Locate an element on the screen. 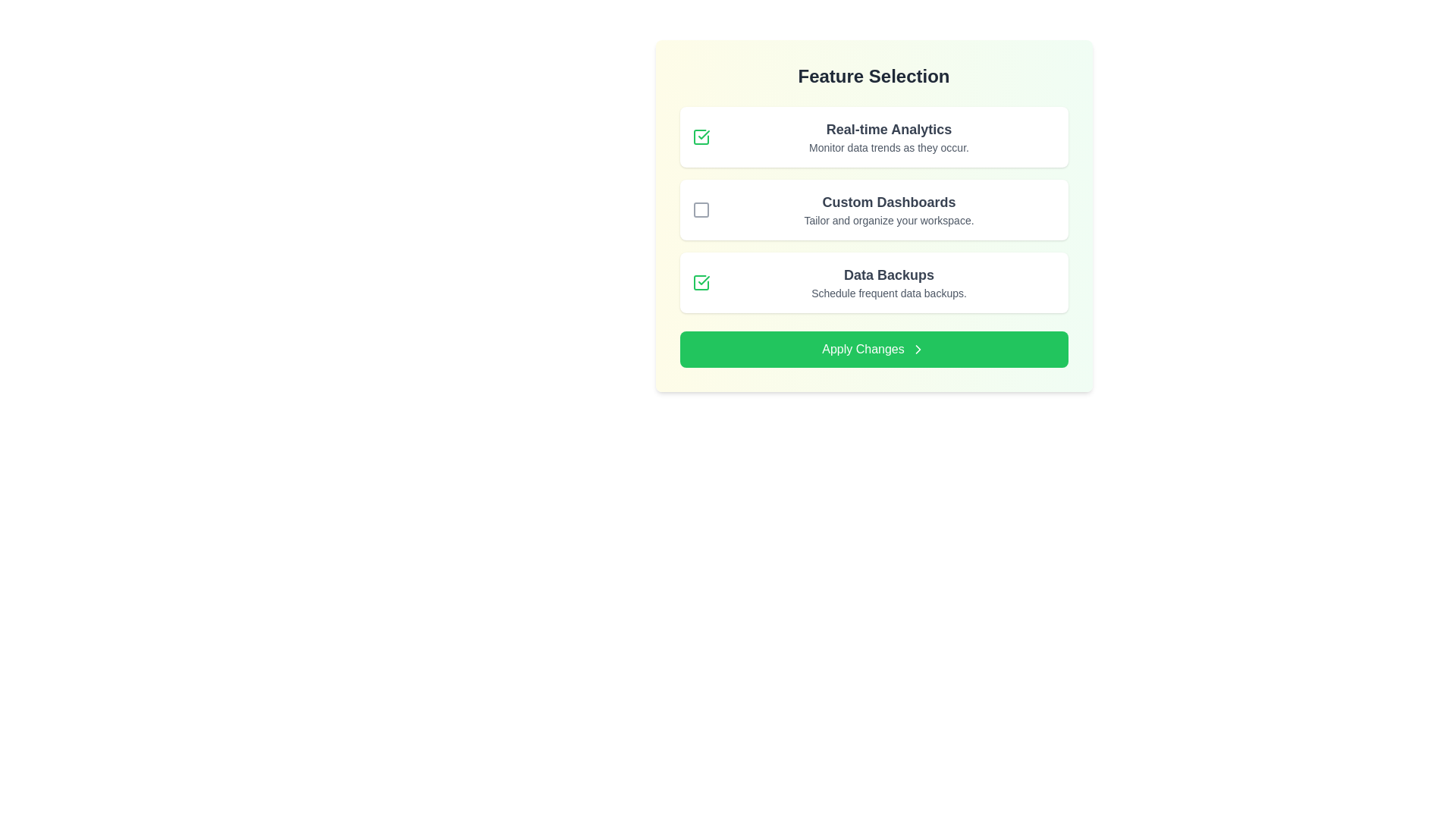  the green rectangular button labeled 'Apply Changes' with a right-facing arrow icon is located at coordinates (874, 350).